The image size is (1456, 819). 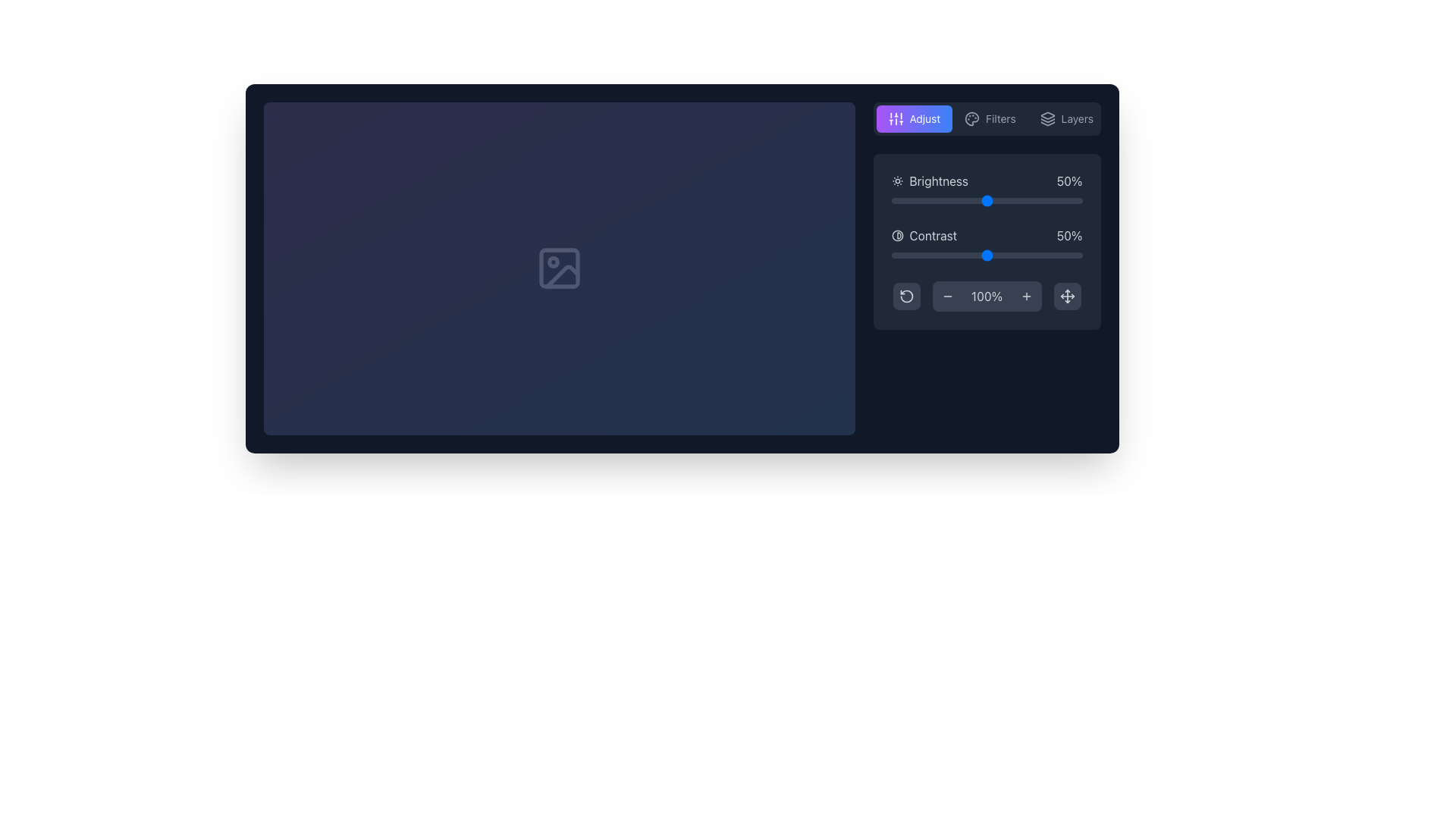 What do you see at coordinates (924, 118) in the screenshot?
I see `the button containing the text label 'Adjust'` at bounding box center [924, 118].